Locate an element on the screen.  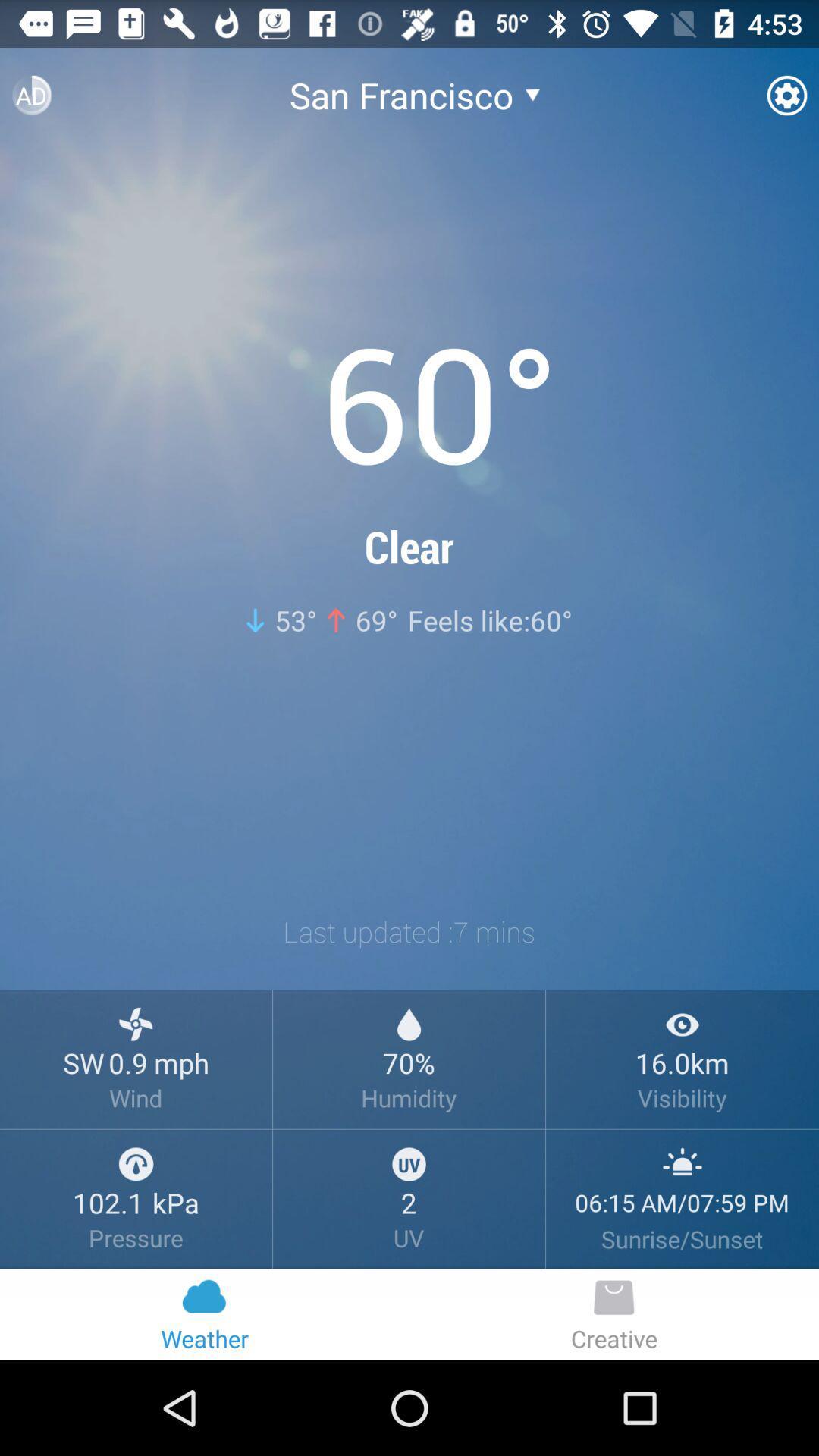
the settings icon is located at coordinates (786, 101).